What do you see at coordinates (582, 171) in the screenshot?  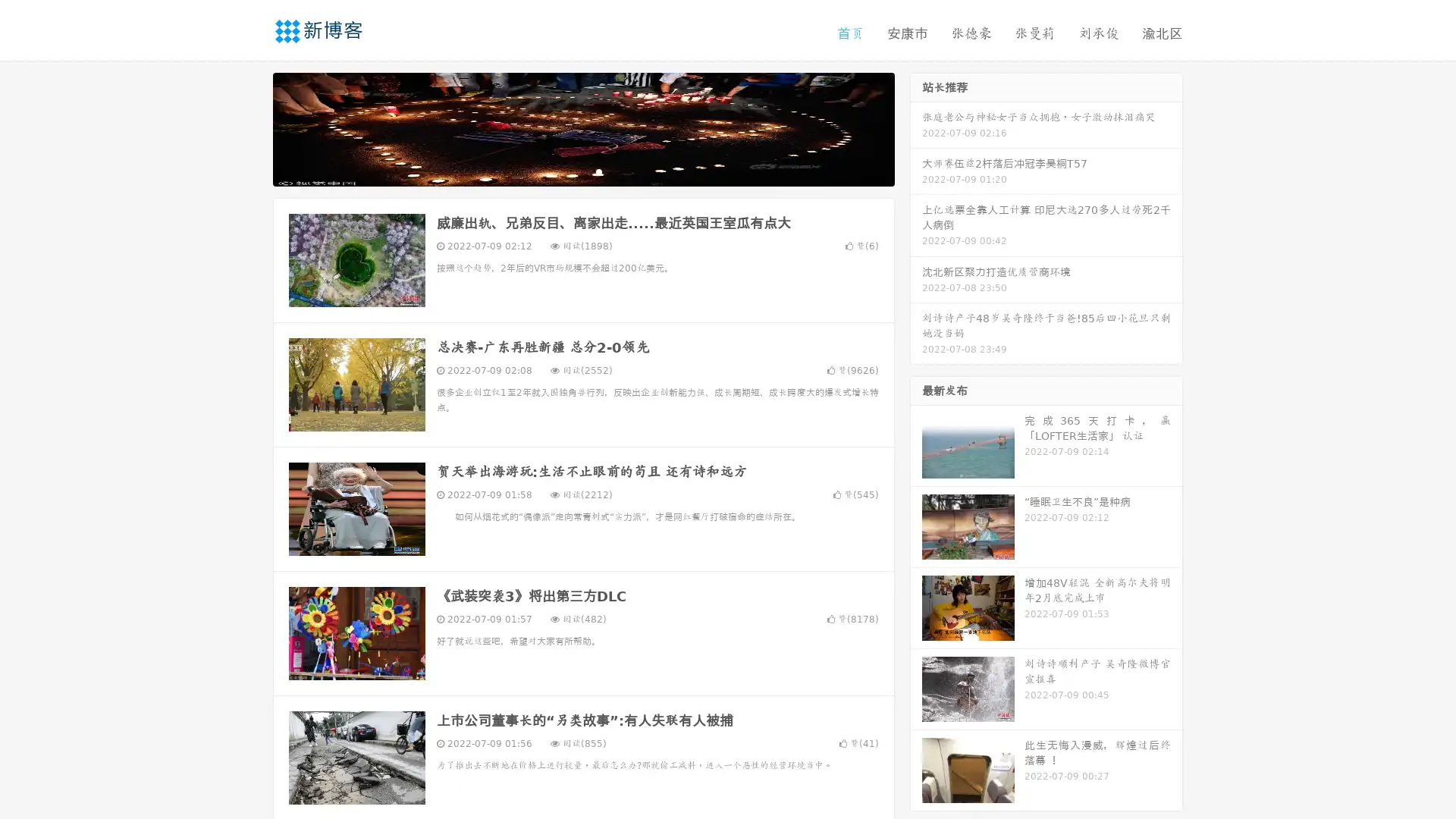 I see `Go to slide 2` at bounding box center [582, 171].